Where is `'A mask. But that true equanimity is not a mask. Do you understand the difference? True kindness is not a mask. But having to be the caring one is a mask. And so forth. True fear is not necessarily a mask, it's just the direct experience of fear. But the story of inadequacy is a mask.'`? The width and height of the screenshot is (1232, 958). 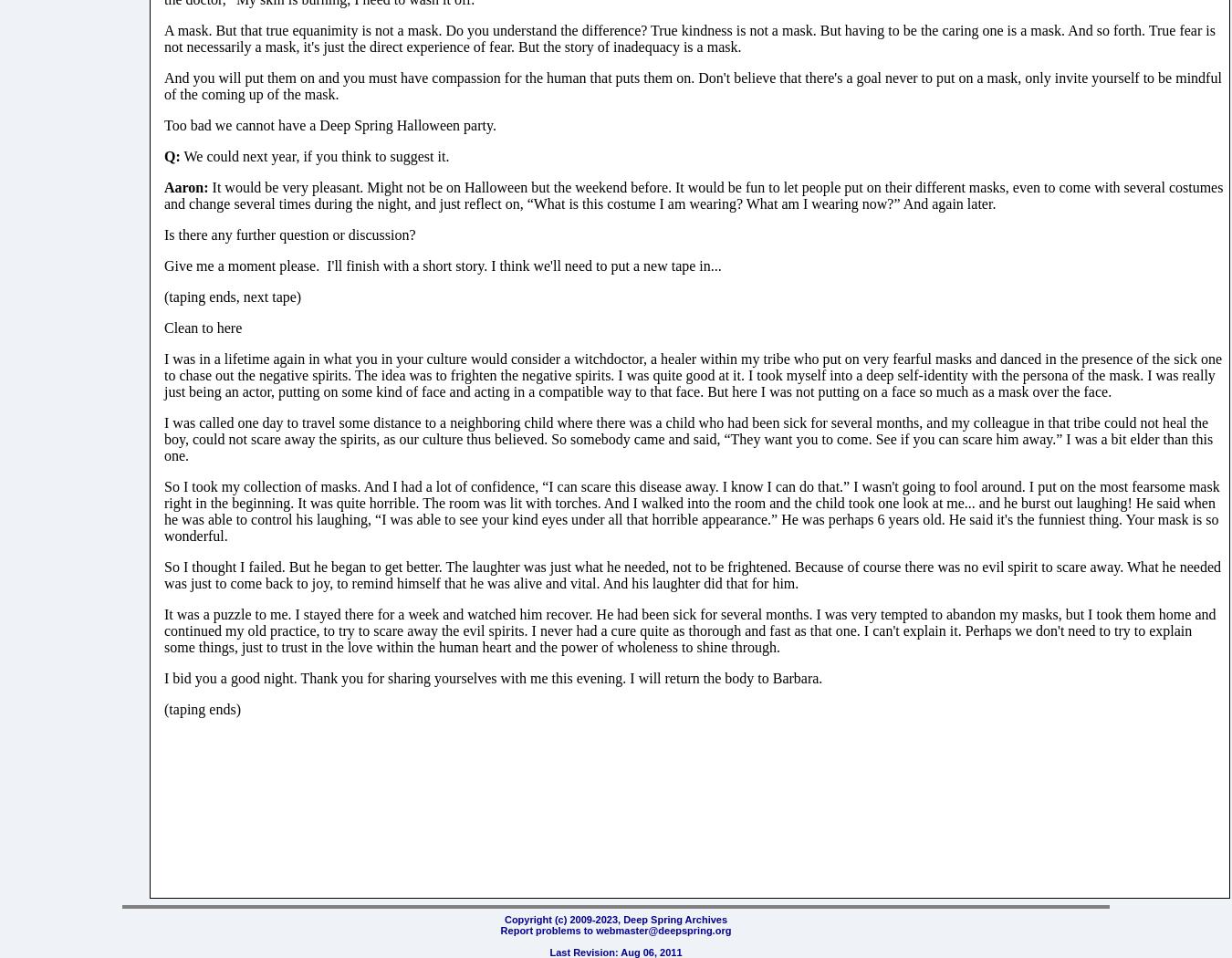
'A mask. But that true equanimity is not a mask. Do you understand the difference? True kindness is not a mask. But having to be the caring one is a mask. And so forth. True fear is not necessarily a mask, it's just the direct experience of fear. But the story of inadequacy is a mask.' is located at coordinates (163, 36).